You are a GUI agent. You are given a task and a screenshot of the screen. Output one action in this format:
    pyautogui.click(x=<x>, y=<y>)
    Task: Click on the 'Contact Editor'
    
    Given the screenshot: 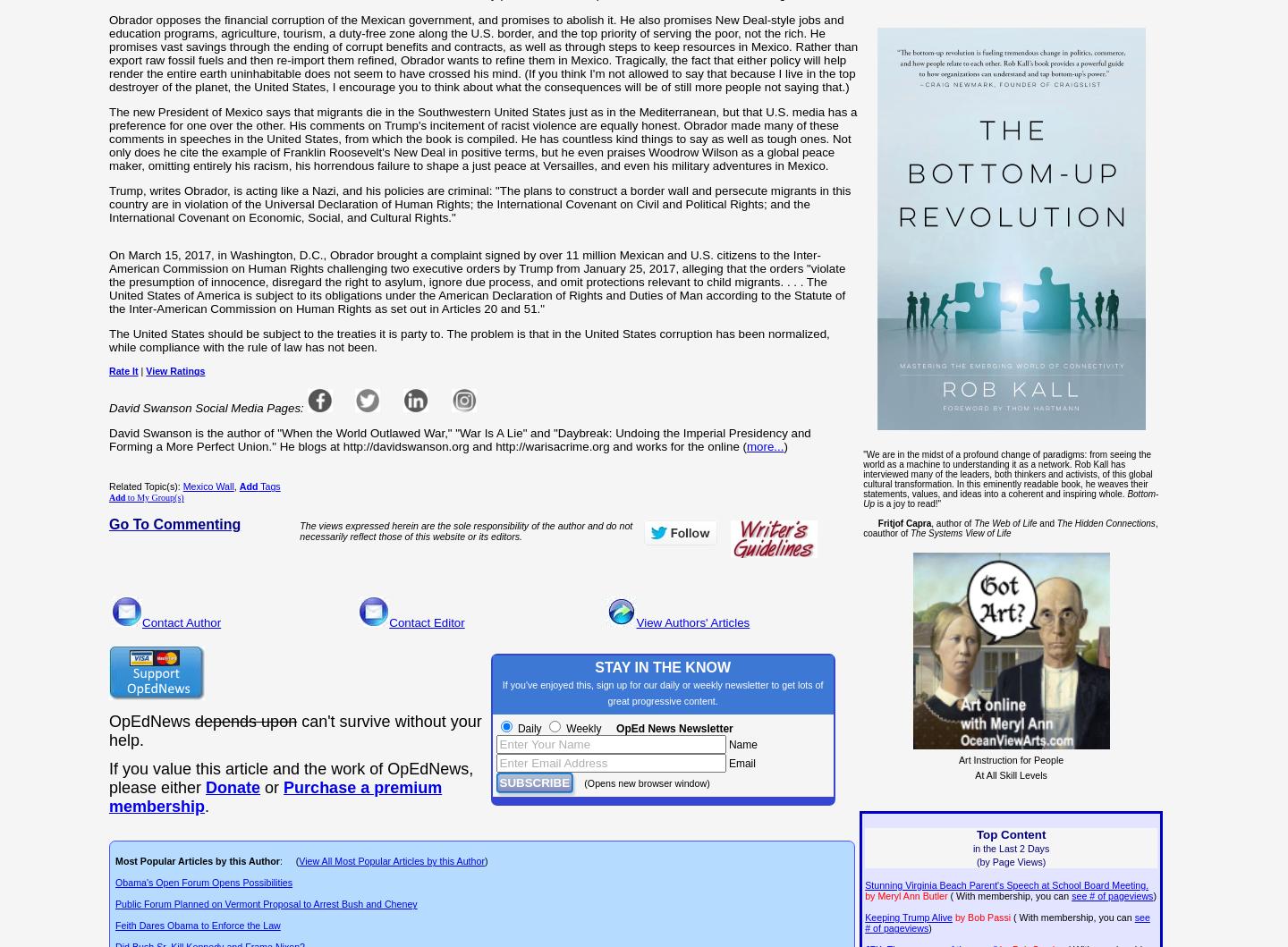 What is the action you would take?
    pyautogui.click(x=389, y=621)
    